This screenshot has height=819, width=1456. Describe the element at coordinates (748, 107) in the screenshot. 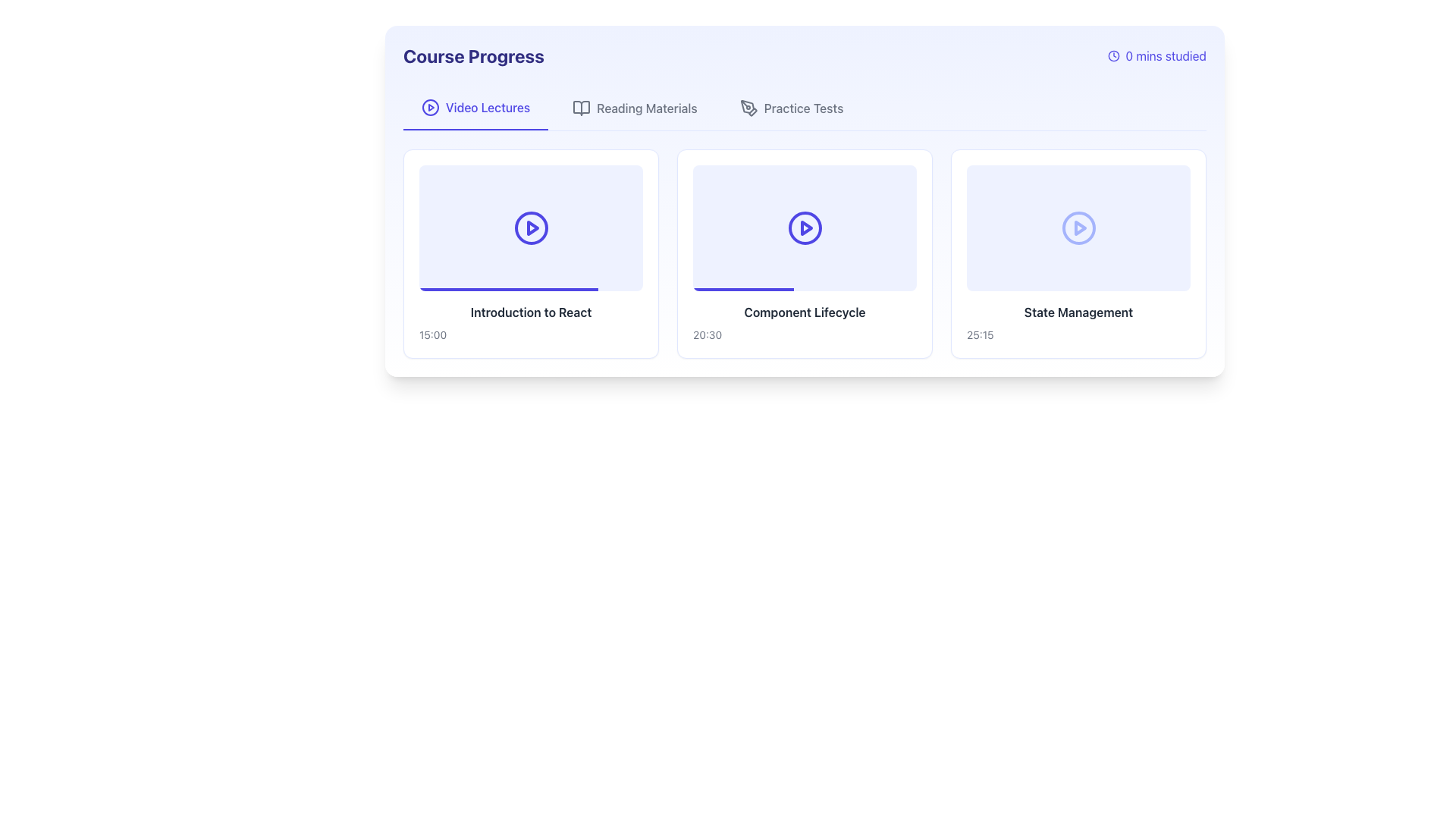

I see `the 'Practice Tests' icon in the top navigation bar` at that location.